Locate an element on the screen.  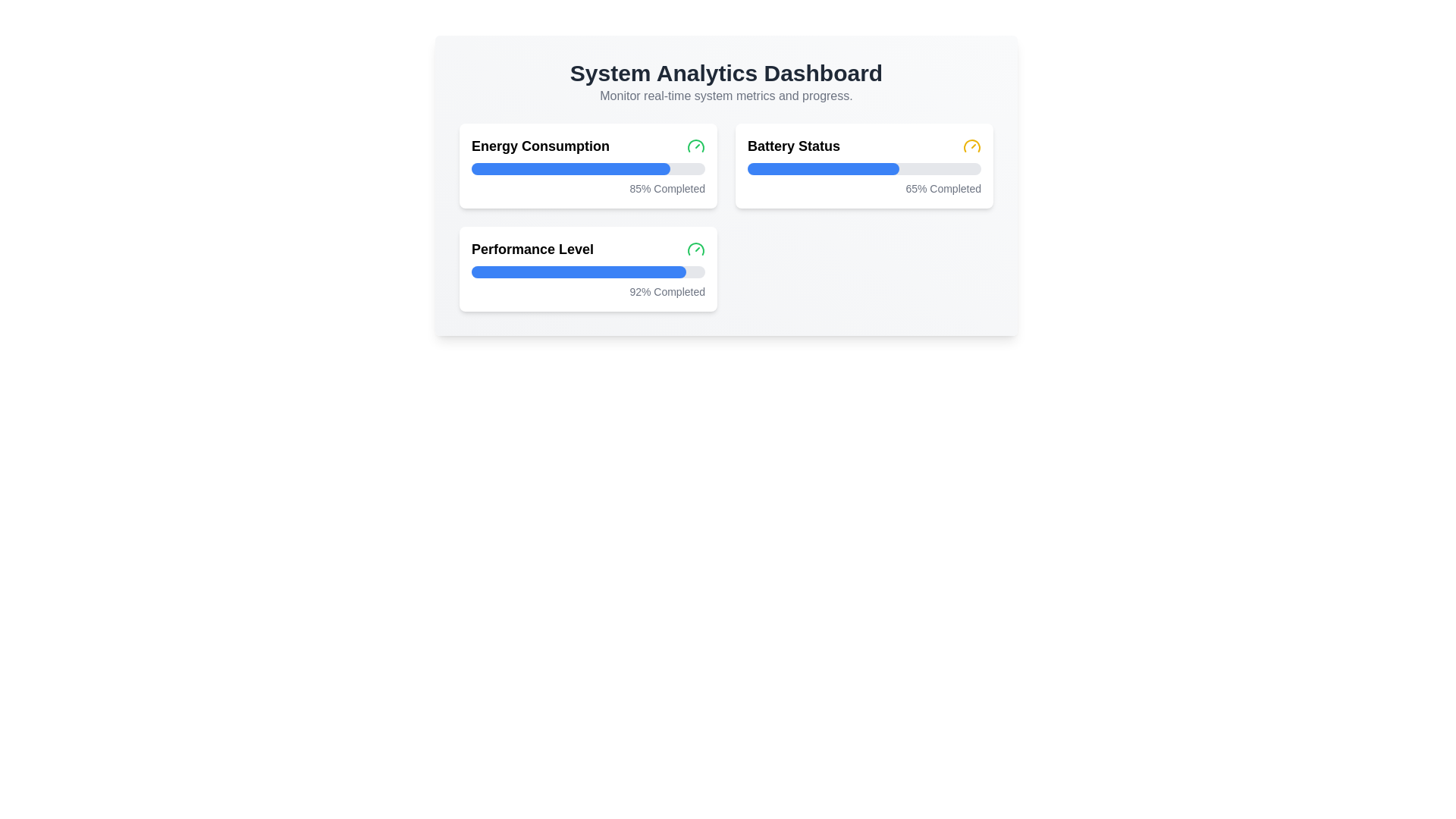
the progress bar within the 'Energy Consumption' box, which has a gray background and a blue-filled portion indicating 85% completion is located at coordinates (588, 169).